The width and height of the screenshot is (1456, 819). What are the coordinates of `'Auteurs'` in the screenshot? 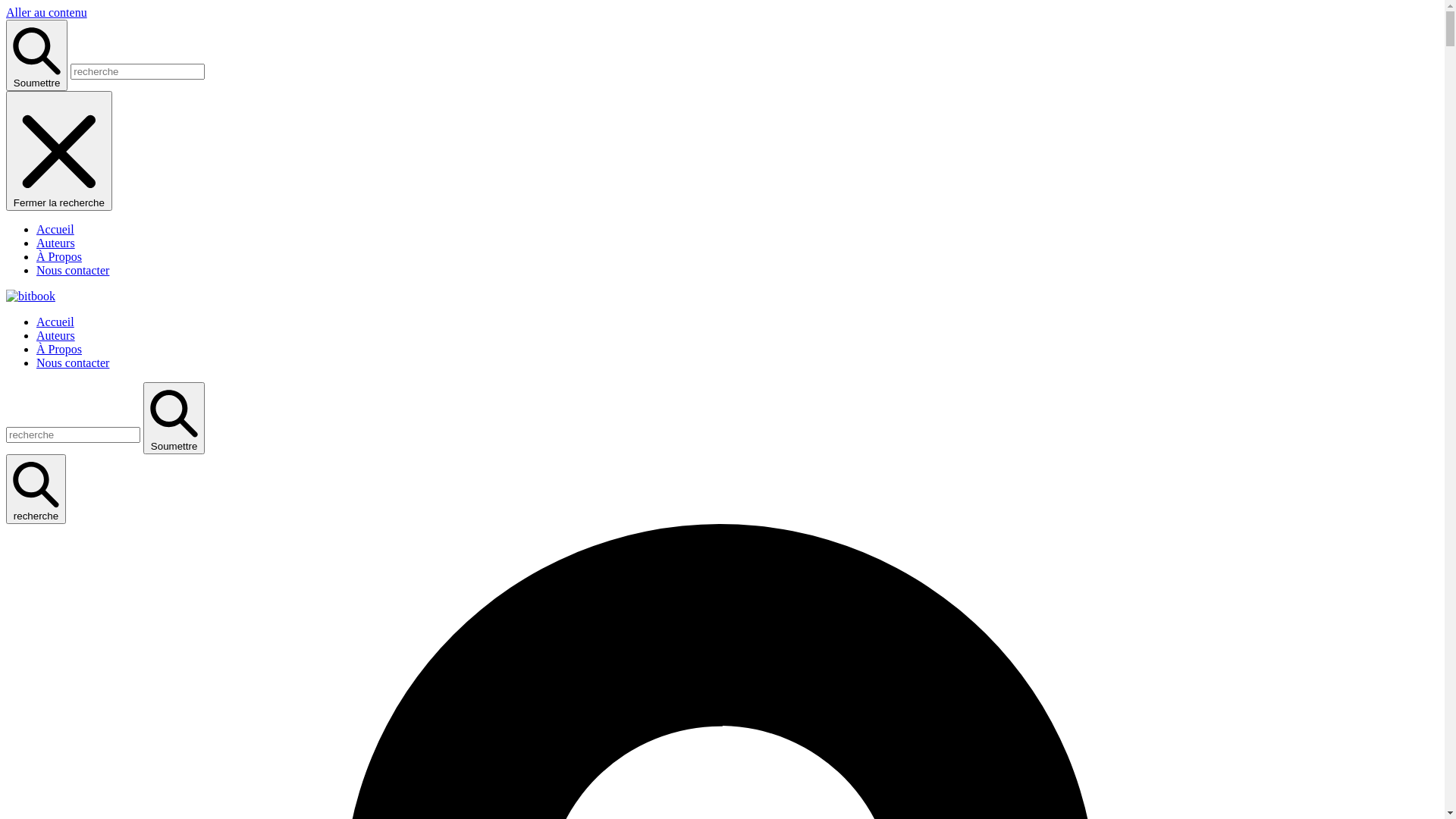 It's located at (55, 242).